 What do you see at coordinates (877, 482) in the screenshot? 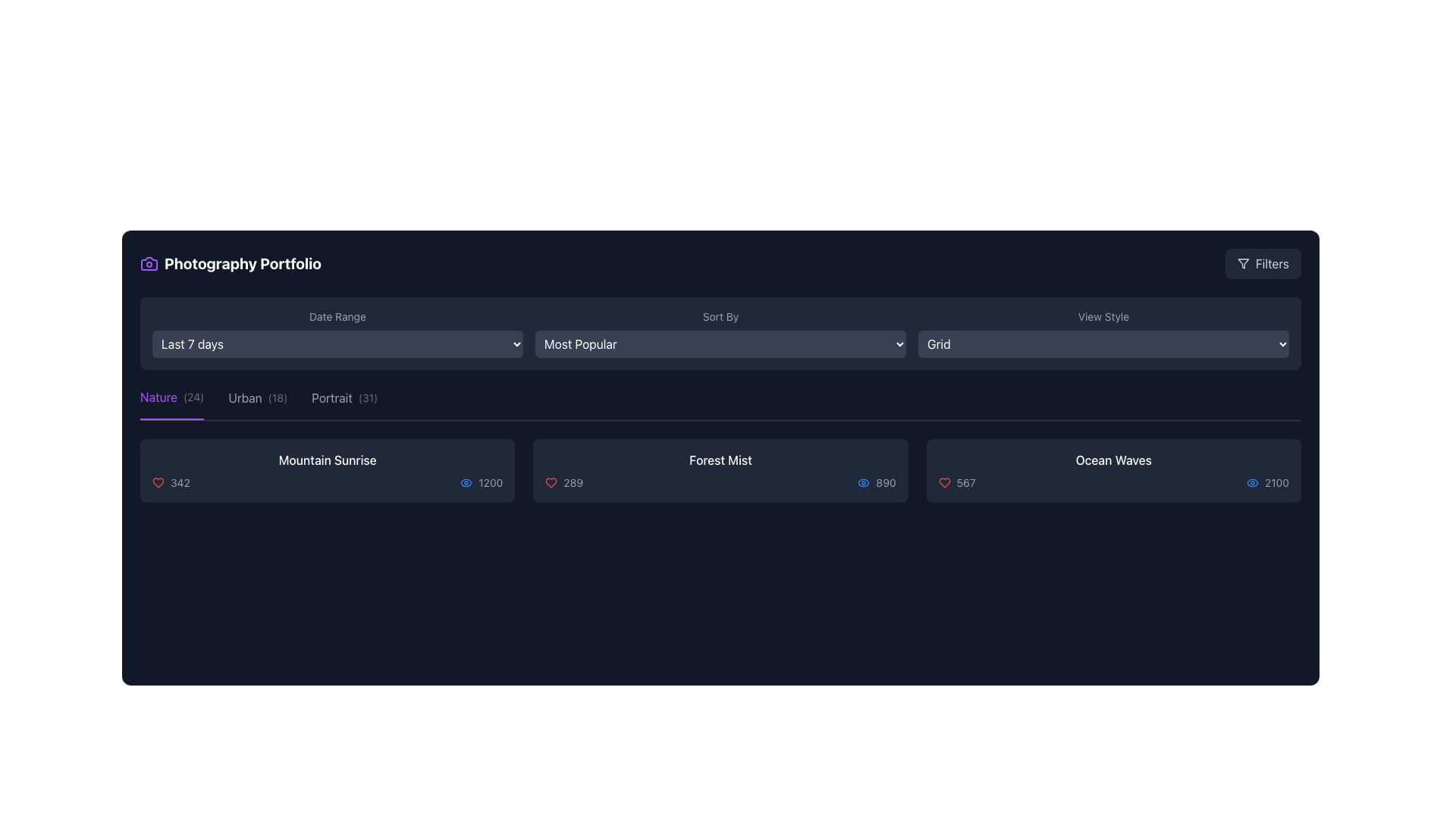
I see `the visual counter element that consists of a blue eye-shaped icon and the numerical text '890' located in the 'Forest Mist' section, specifically the rightmost detail below the title` at bounding box center [877, 482].